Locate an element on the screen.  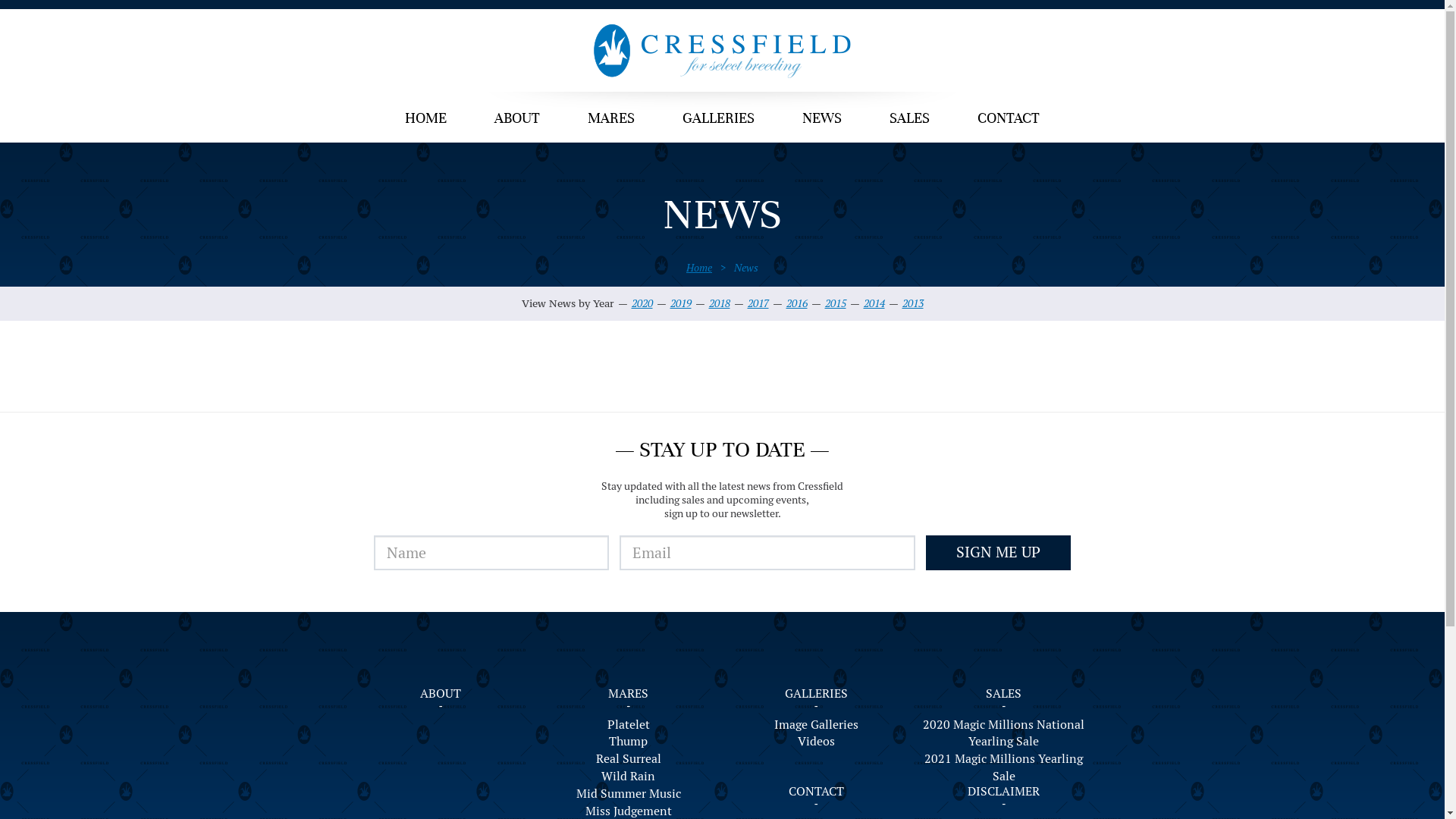
'HOME' is located at coordinates (425, 119).